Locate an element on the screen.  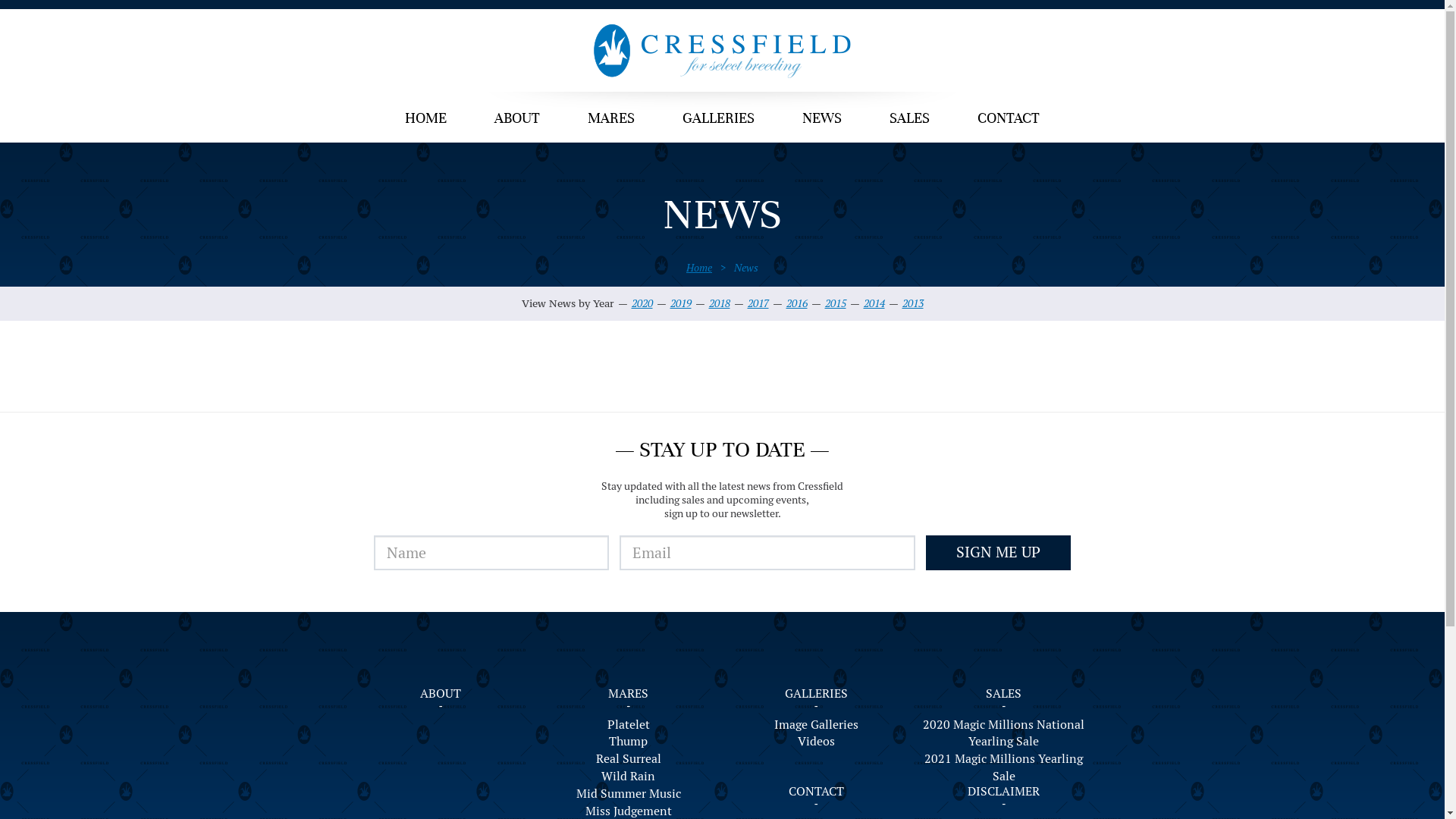
'HOME' is located at coordinates (425, 119).